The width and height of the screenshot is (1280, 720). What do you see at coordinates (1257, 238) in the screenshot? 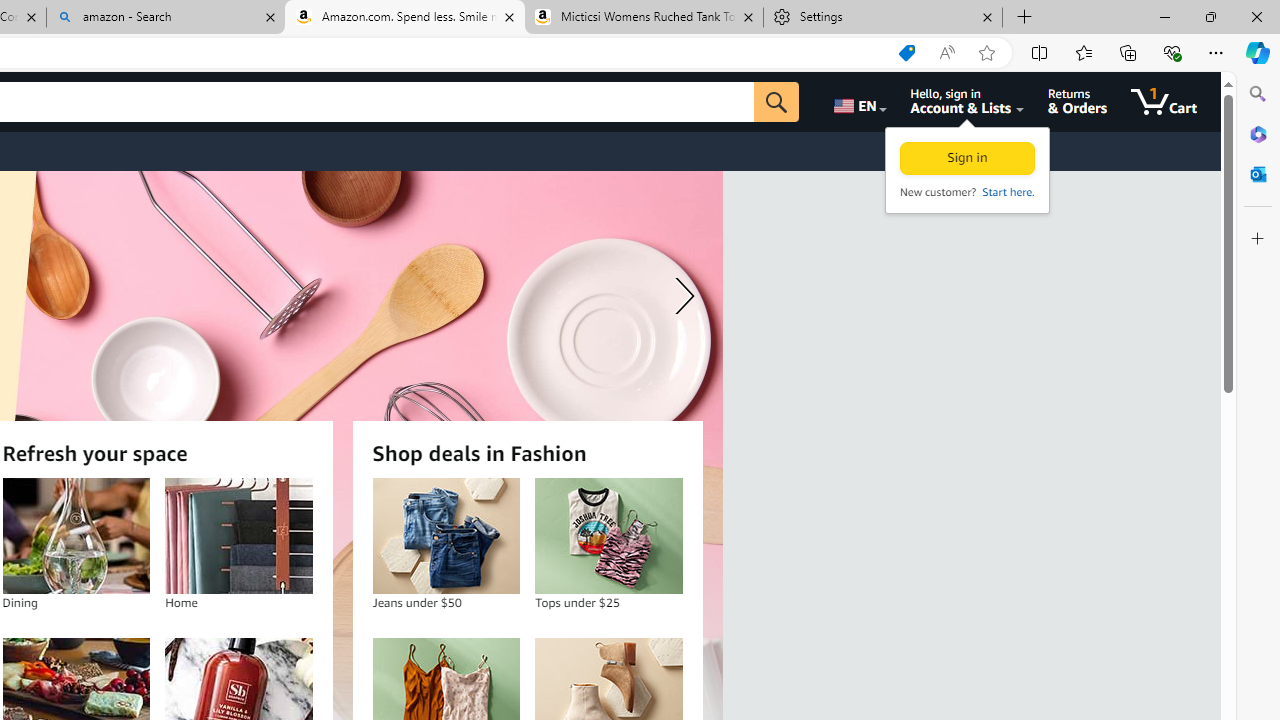
I see `'Customize'` at bounding box center [1257, 238].